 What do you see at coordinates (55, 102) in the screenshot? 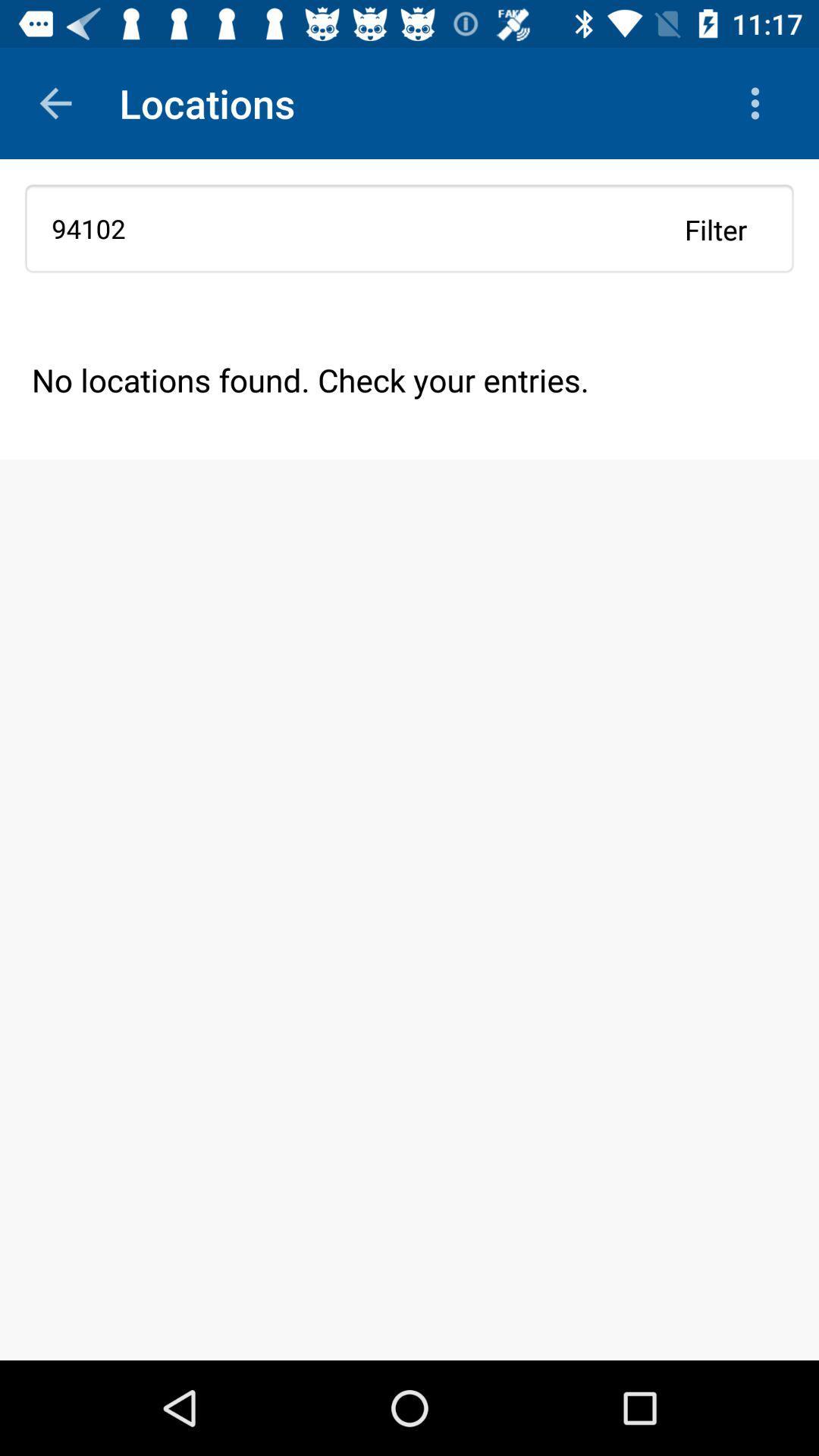
I see `icon to the left of the locations item` at bounding box center [55, 102].